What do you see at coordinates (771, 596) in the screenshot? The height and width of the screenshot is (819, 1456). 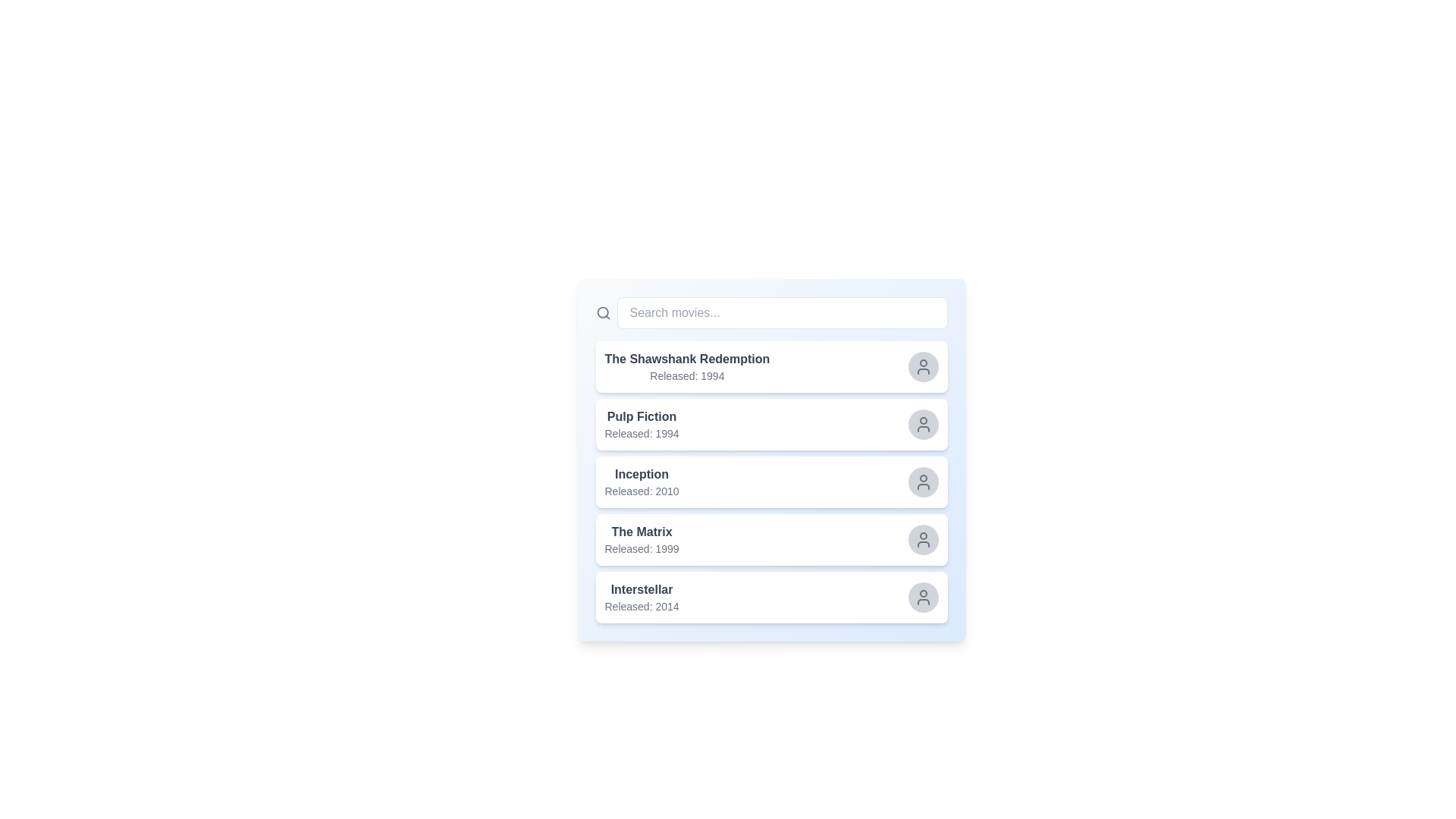 I see `the button located on the right side of the 'Interstellar' movie card, which is the fifth item in a vertically-stacked list of informational movie cards` at bounding box center [771, 596].